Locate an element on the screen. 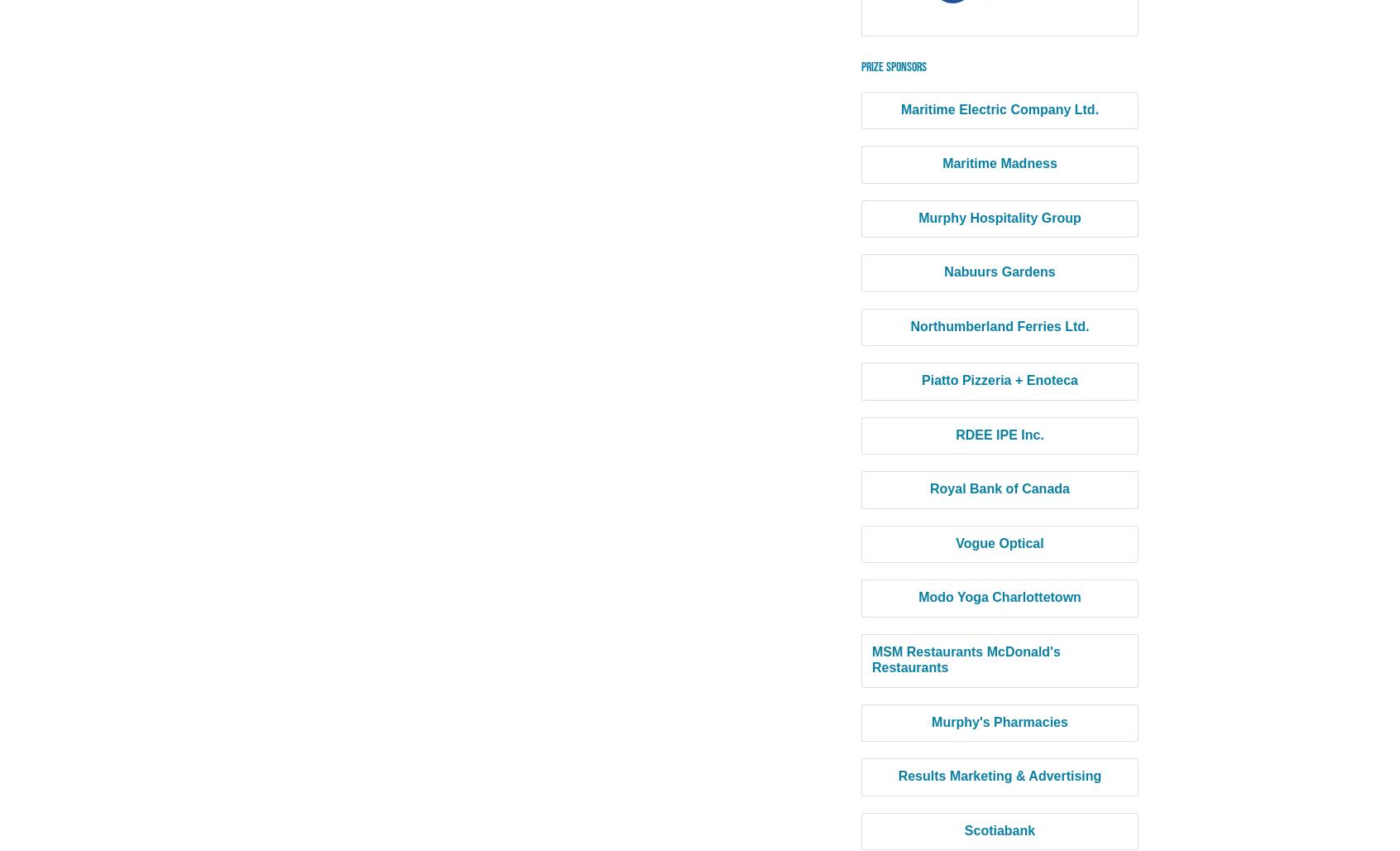 The width and height of the screenshot is (1400, 851). 'Results Marketing & Advertising' is located at coordinates (999, 776).